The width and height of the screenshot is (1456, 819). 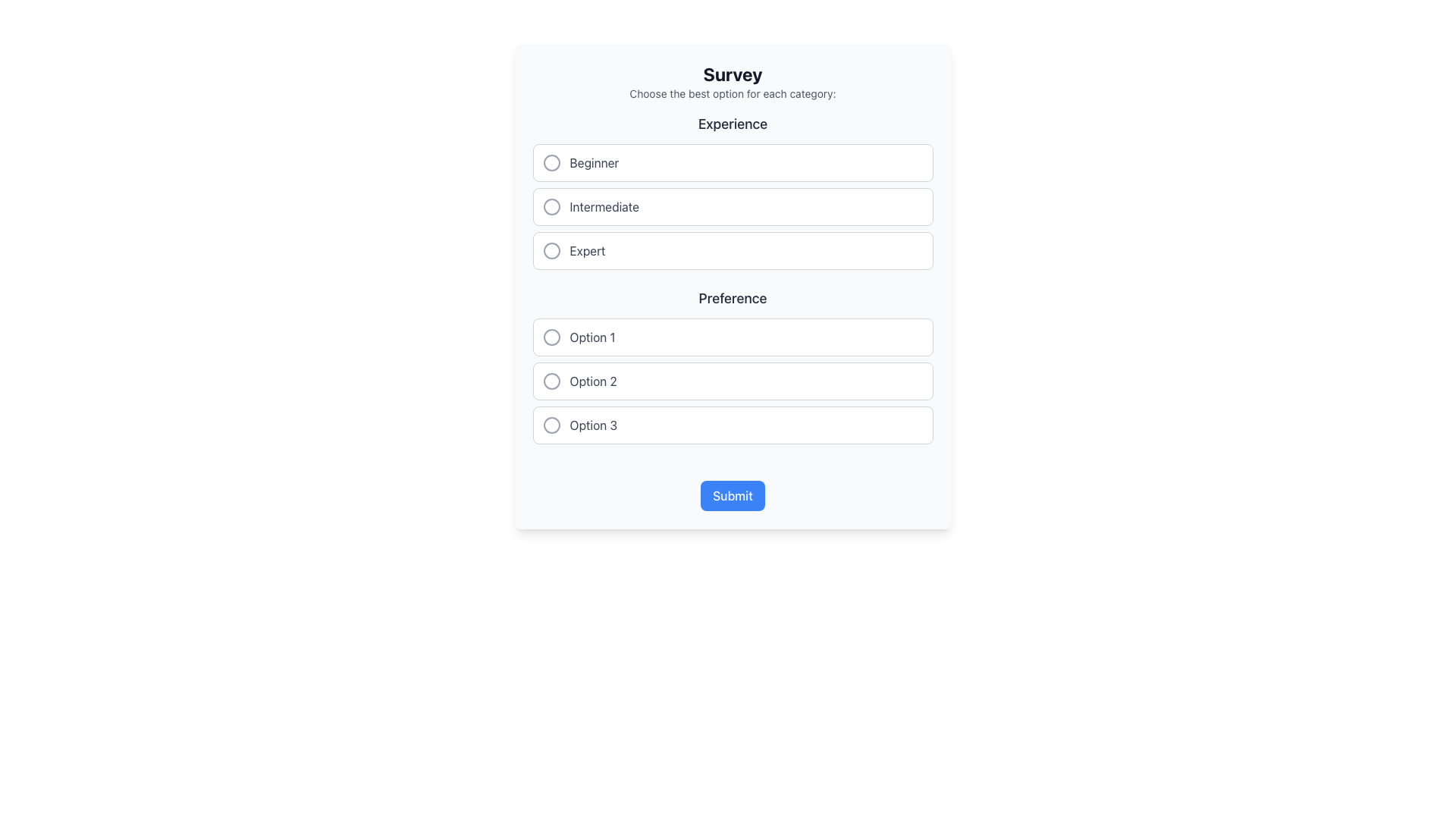 I want to click on text label 'Option 1' located in the 'Preference' section of the survey form, specifically in the first row of options, so click(x=591, y=336).